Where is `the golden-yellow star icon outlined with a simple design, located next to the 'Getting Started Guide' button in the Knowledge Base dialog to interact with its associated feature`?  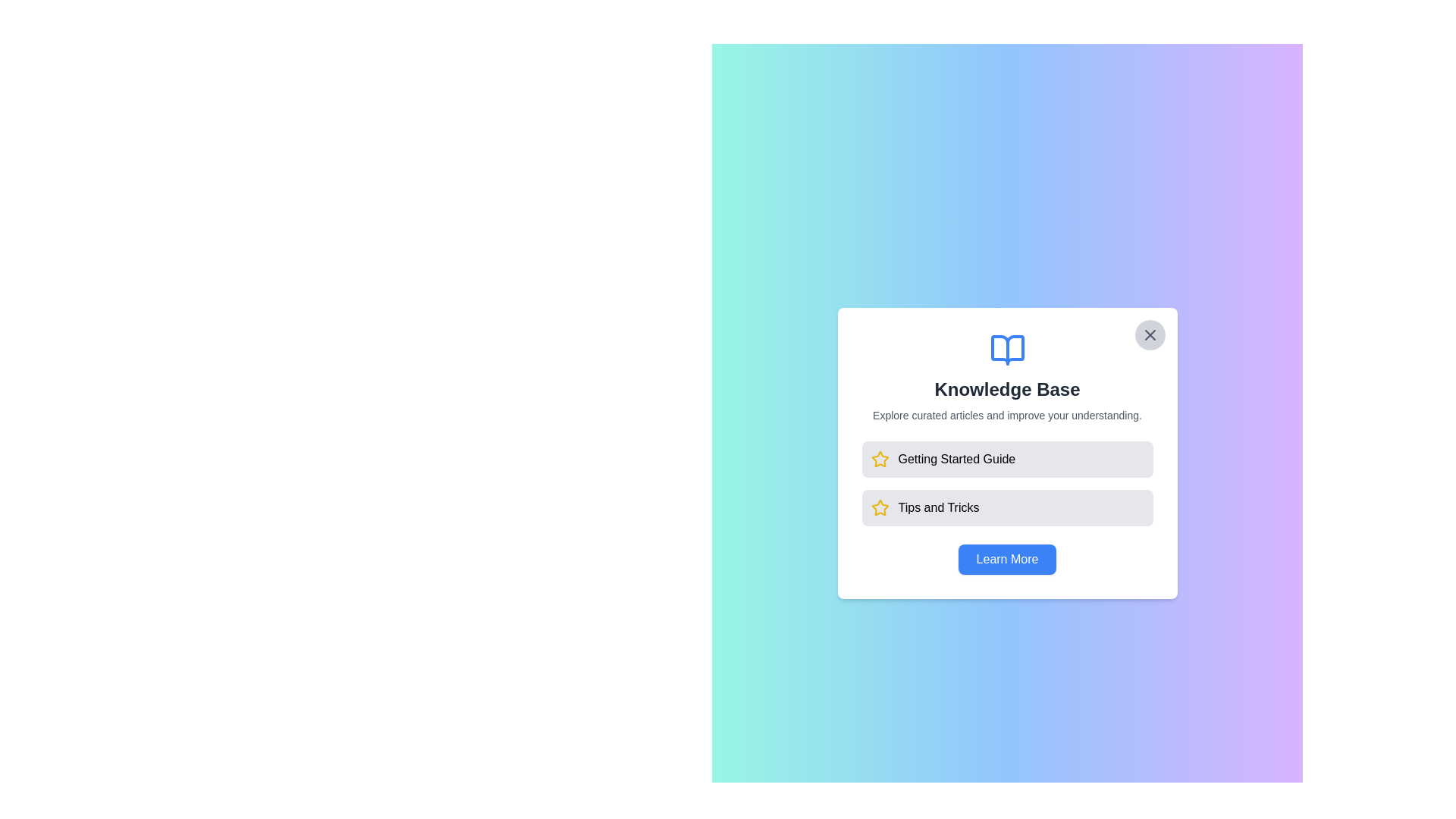 the golden-yellow star icon outlined with a simple design, located next to the 'Getting Started Guide' button in the Knowledge Base dialog to interact with its associated feature is located at coordinates (880, 507).